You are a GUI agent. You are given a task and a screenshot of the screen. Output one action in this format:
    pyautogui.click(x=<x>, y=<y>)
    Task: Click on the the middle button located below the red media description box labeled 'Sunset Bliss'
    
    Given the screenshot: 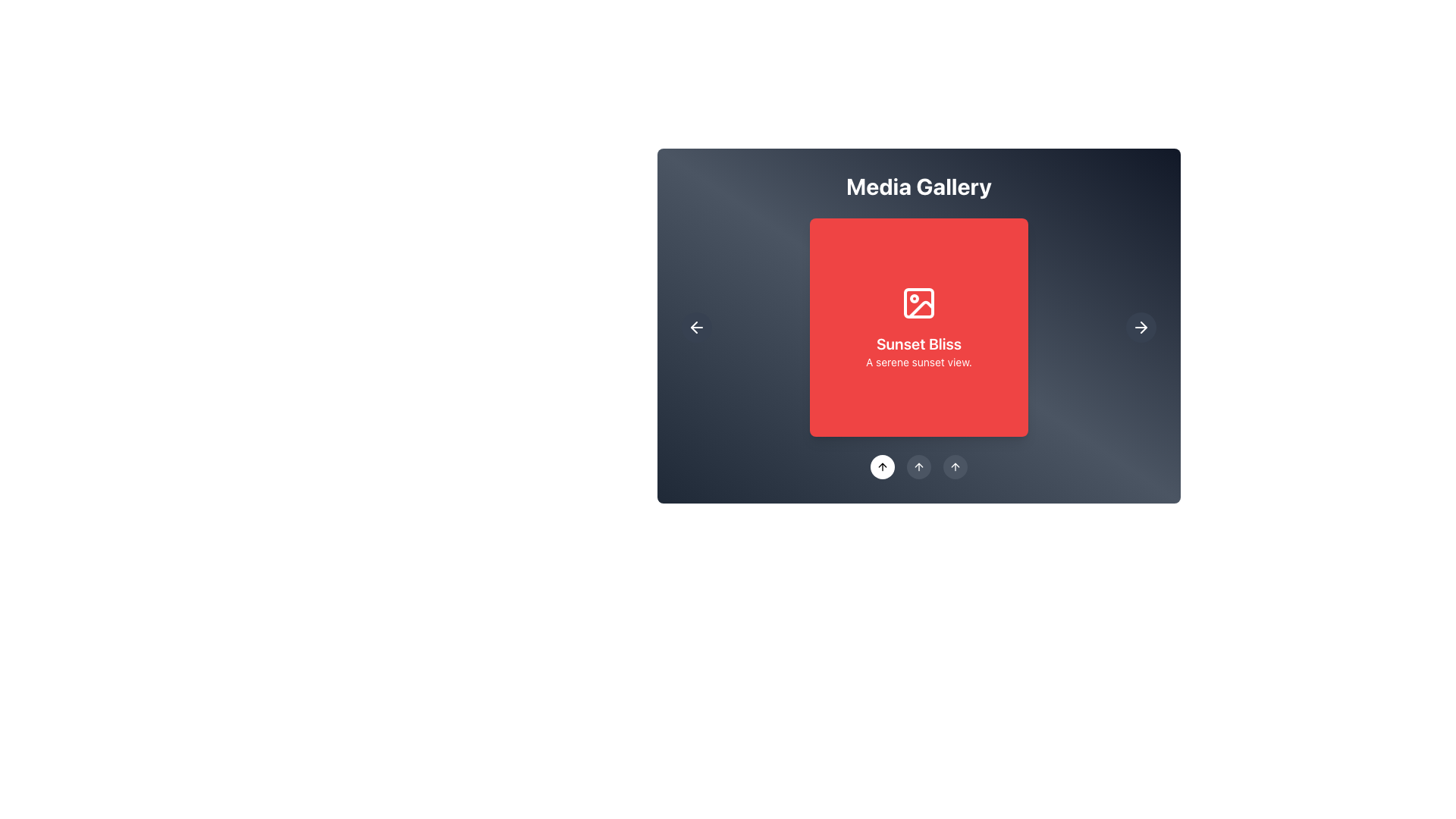 What is the action you would take?
    pyautogui.click(x=918, y=466)
    